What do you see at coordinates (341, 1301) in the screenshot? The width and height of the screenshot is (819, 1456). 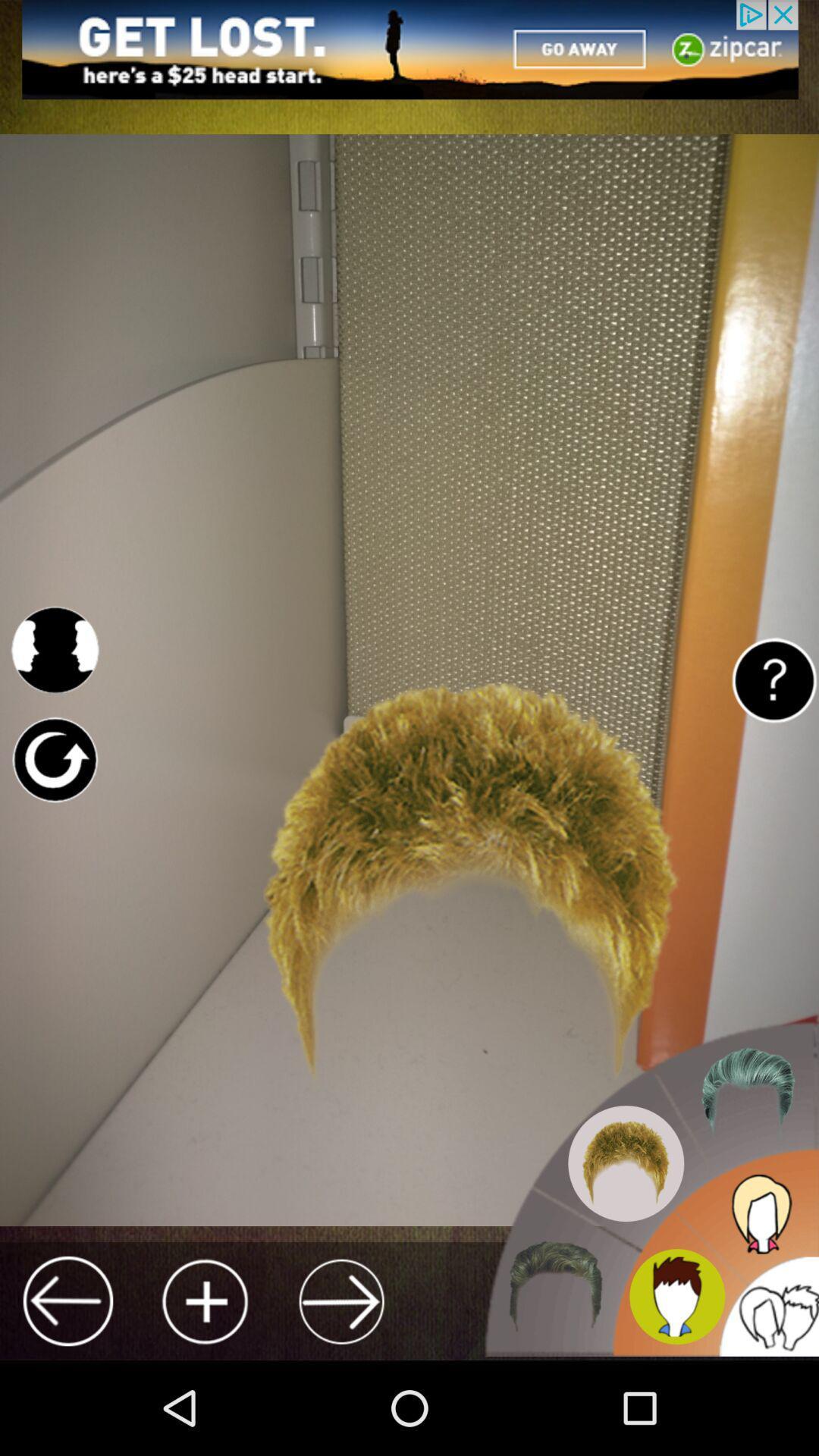 I see `next the option` at bounding box center [341, 1301].